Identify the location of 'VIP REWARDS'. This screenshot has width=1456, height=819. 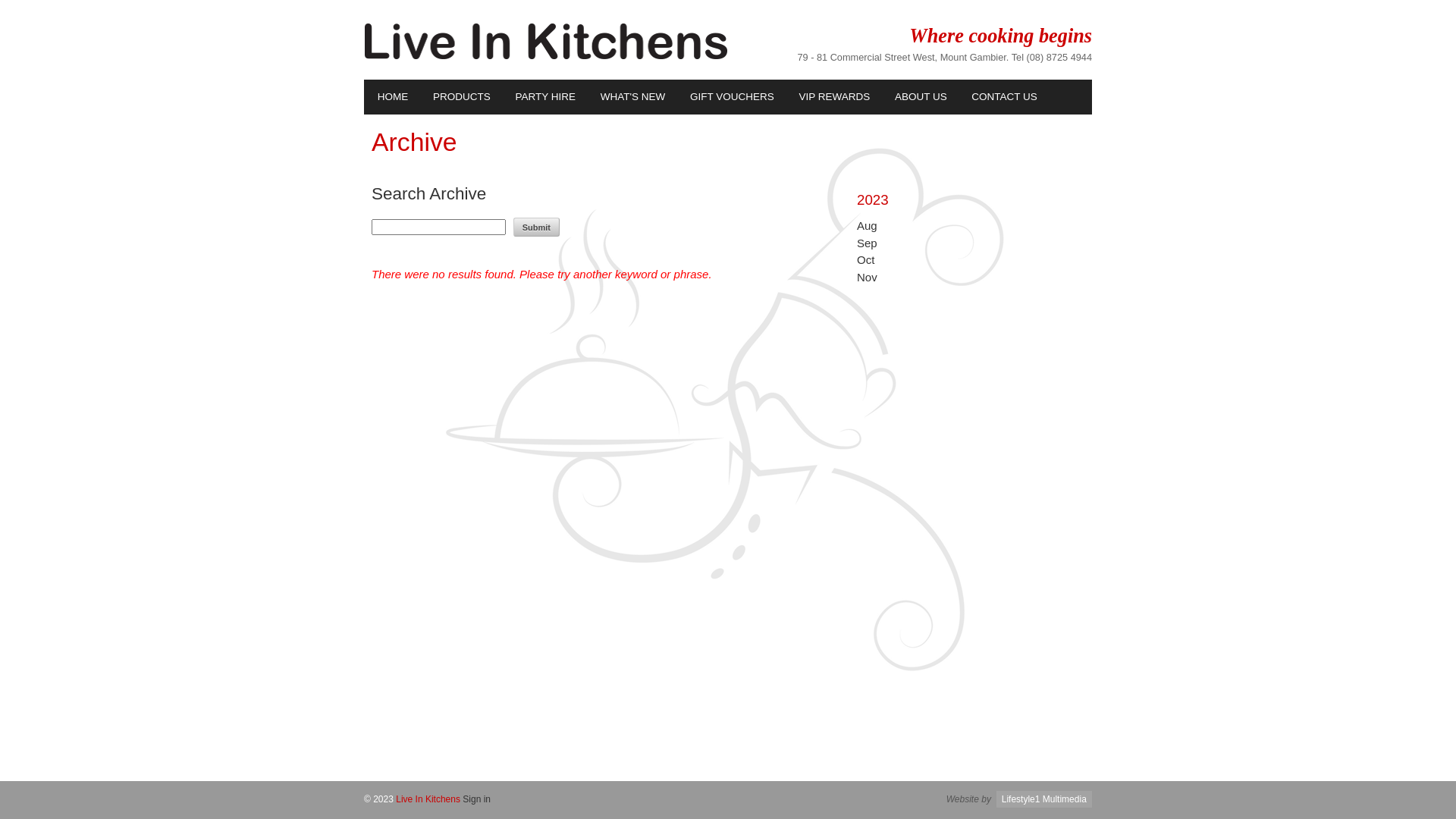
(786, 97).